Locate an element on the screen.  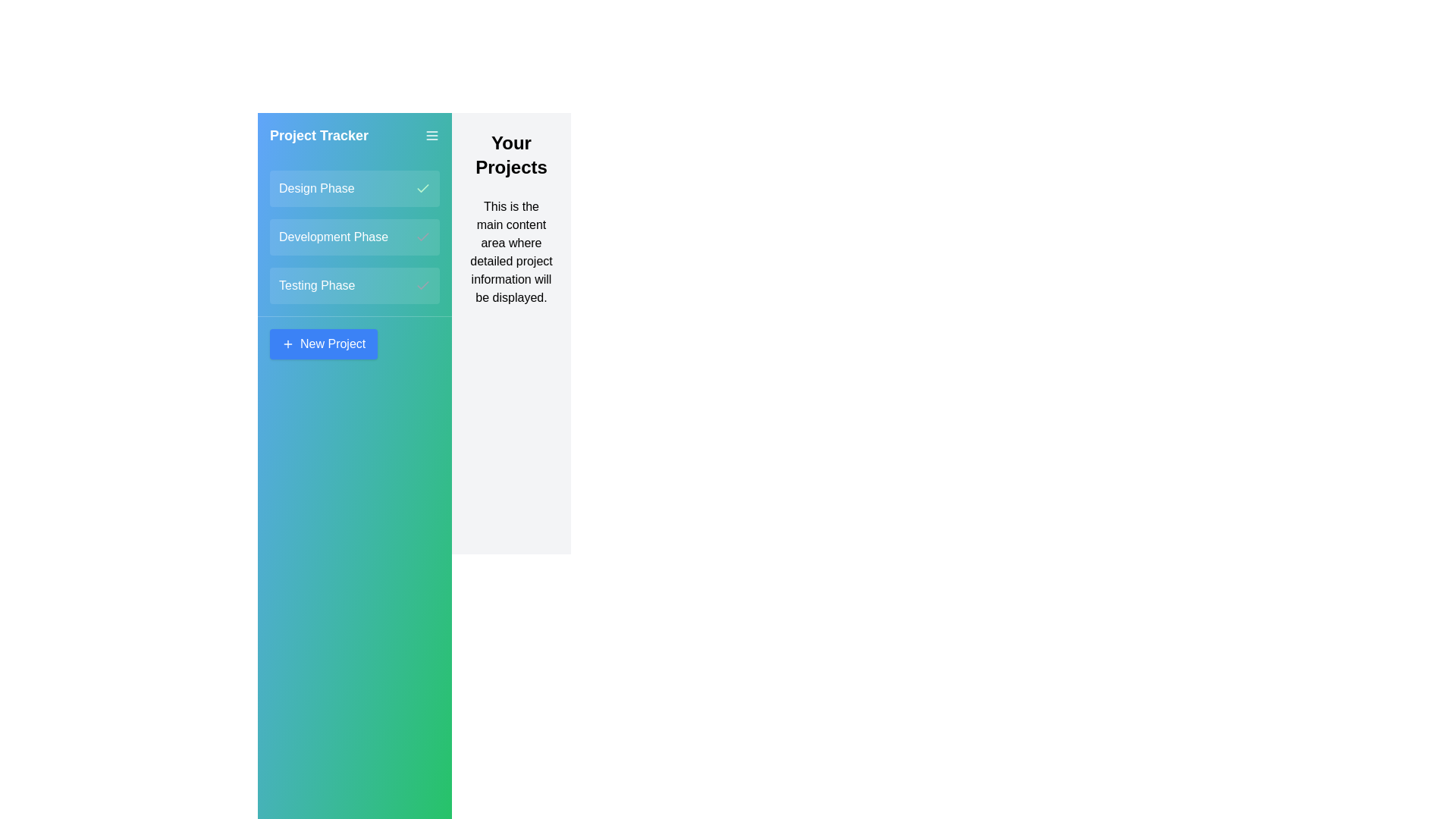
the menu button to toggle the drawer visibility is located at coordinates (431, 134).